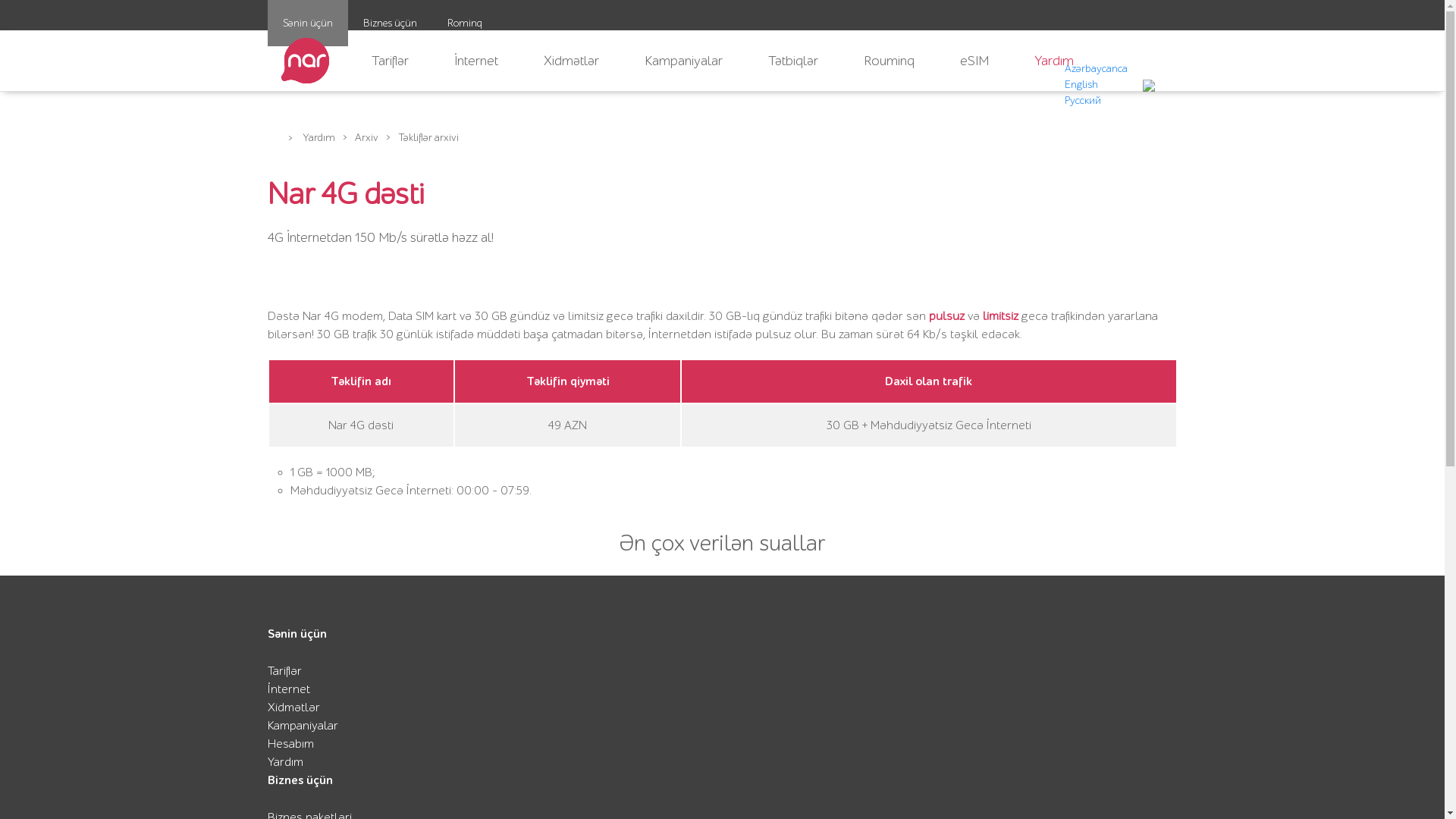 This screenshot has height=819, width=1456. I want to click on 'Arxiv', so click(366, 137).